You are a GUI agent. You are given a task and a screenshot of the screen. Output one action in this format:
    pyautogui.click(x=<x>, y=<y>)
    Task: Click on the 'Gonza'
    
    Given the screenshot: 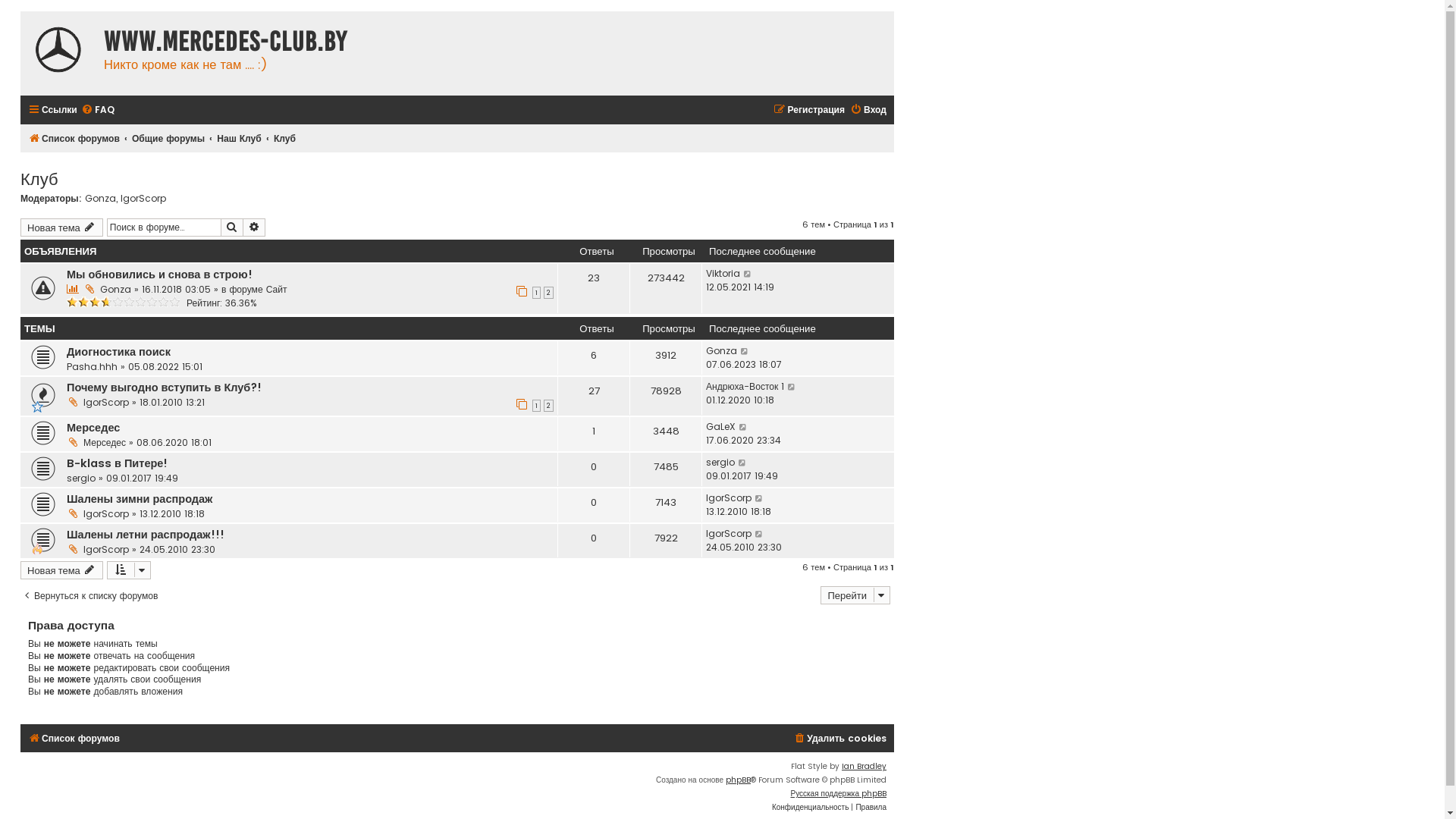 What is the action you would take?
    pyautogui.click(x=720, y=350)
    